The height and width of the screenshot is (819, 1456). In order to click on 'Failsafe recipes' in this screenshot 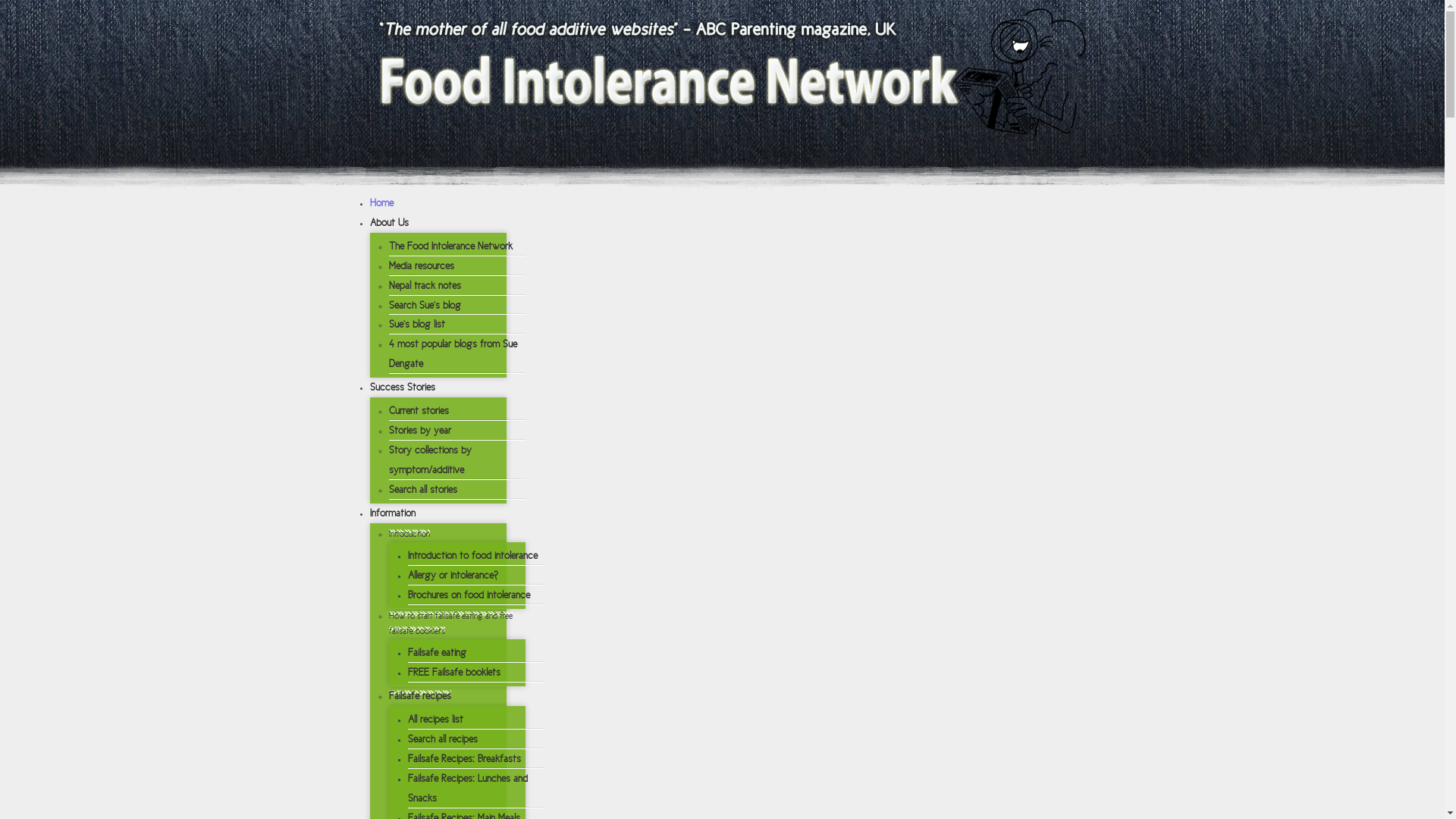, I will do `click(419, 695)`.